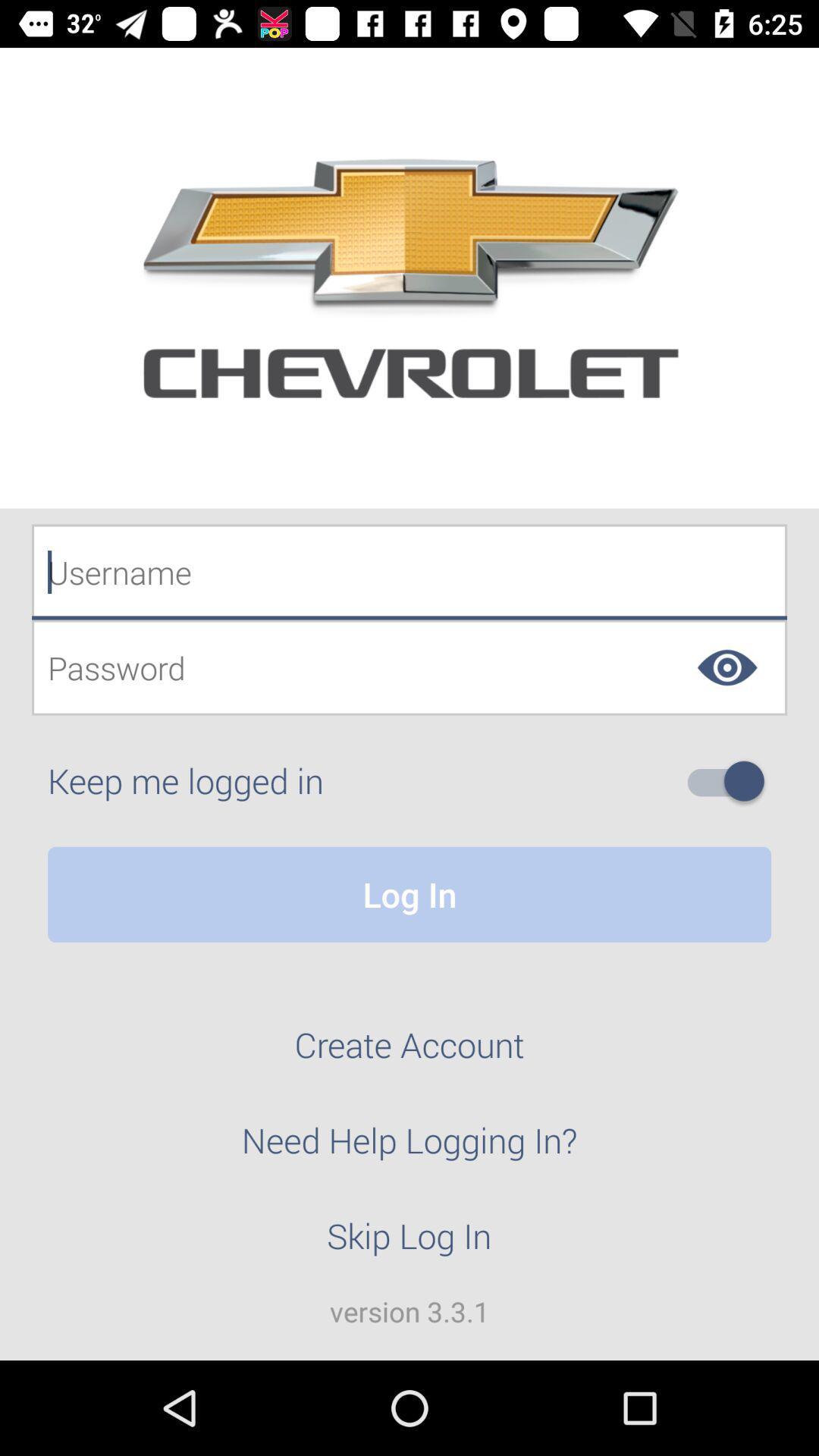 The height and width of the screenshot is (1456, 819). Describe the element at coordinates (731, 781) in the screenshot. I see `icon to the right of the keep me logged icon` at that location.